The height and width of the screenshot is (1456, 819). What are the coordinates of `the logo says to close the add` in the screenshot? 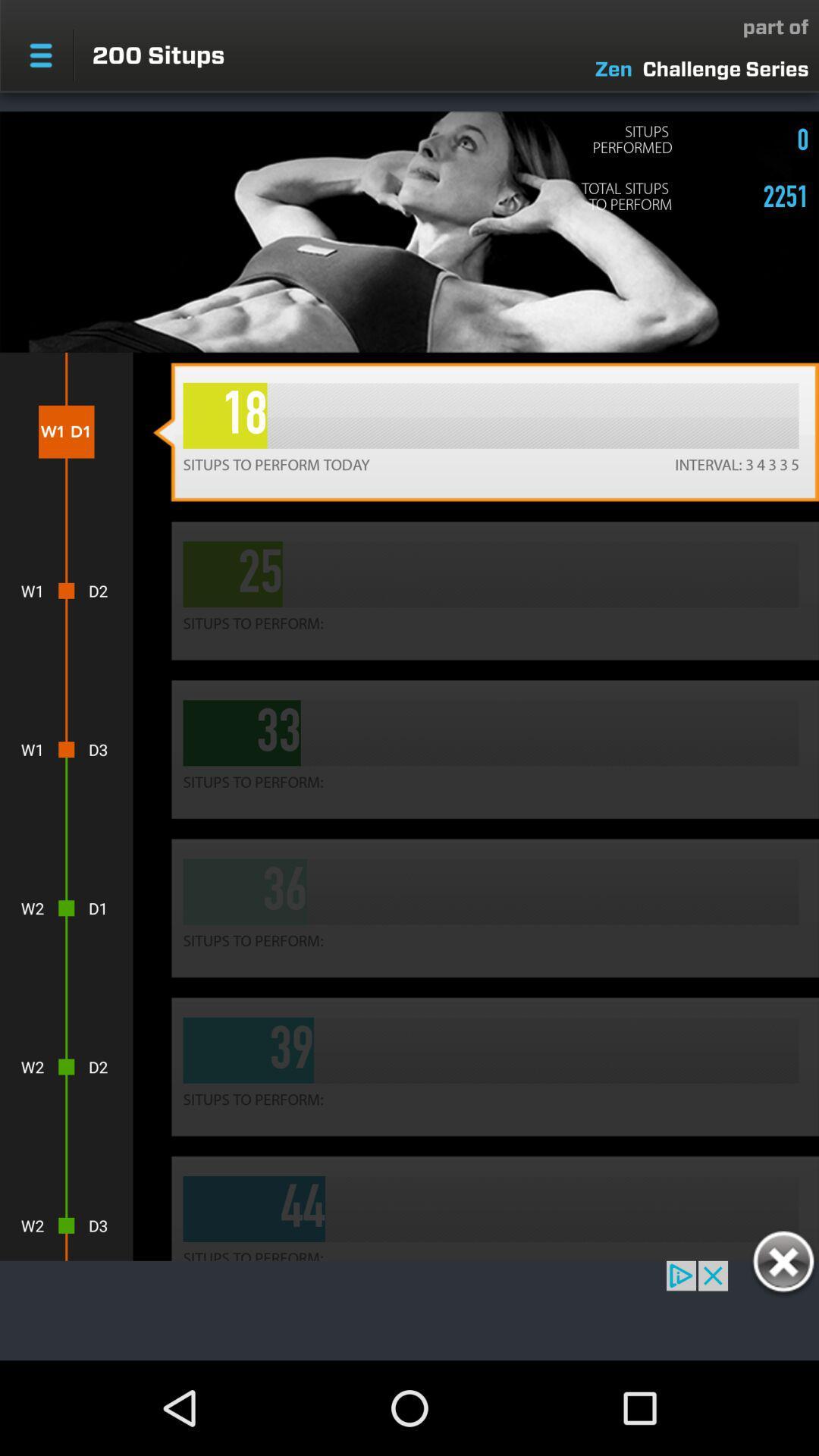 It's located at (783, 1264).